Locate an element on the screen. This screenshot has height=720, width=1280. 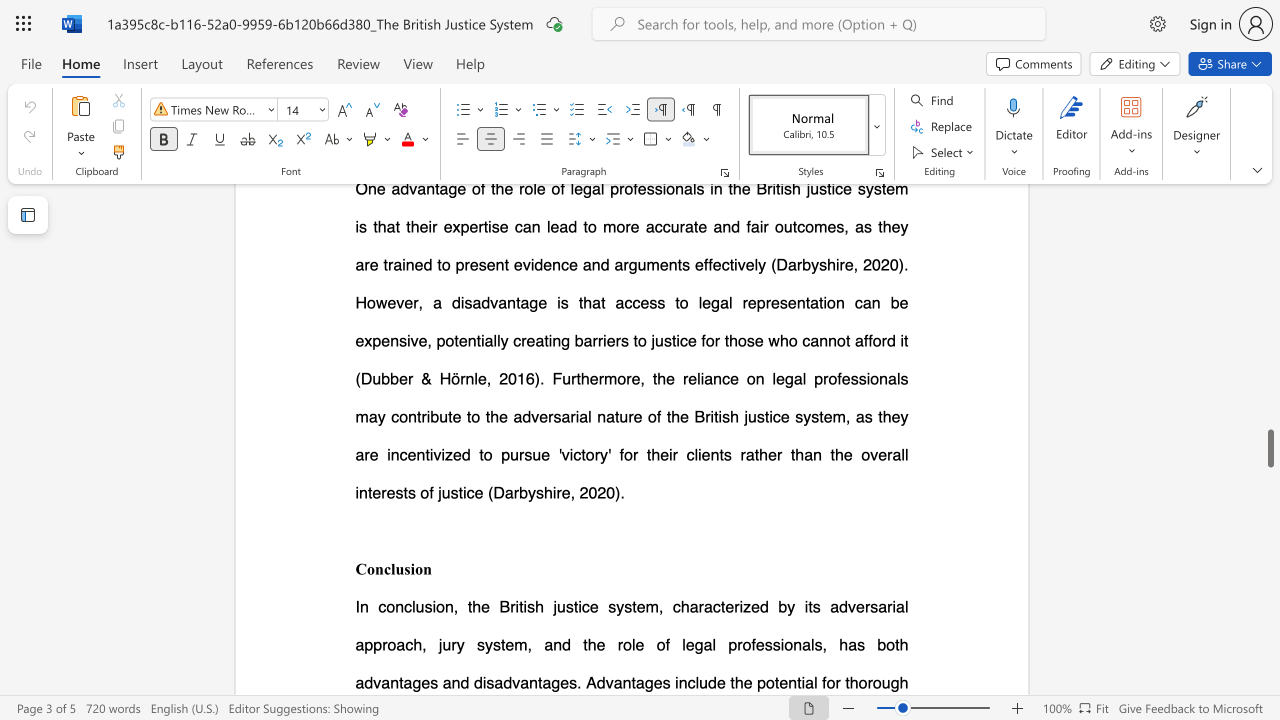
the page's right scrollbar for upward movement is located at coordinates (1269, 390).